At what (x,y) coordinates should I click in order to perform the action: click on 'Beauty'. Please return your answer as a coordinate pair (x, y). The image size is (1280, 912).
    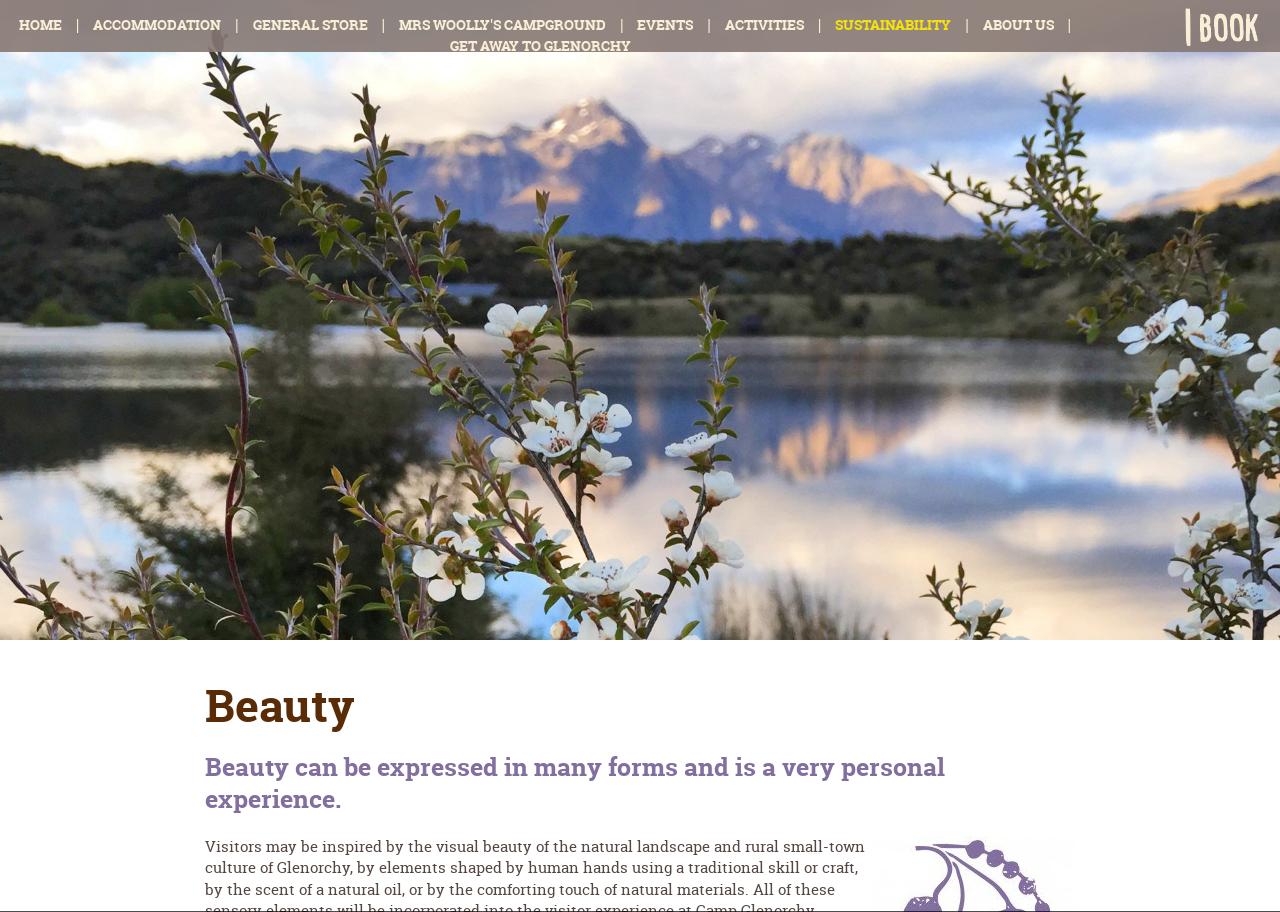
    Looking at the image, I should click on (279, 705).